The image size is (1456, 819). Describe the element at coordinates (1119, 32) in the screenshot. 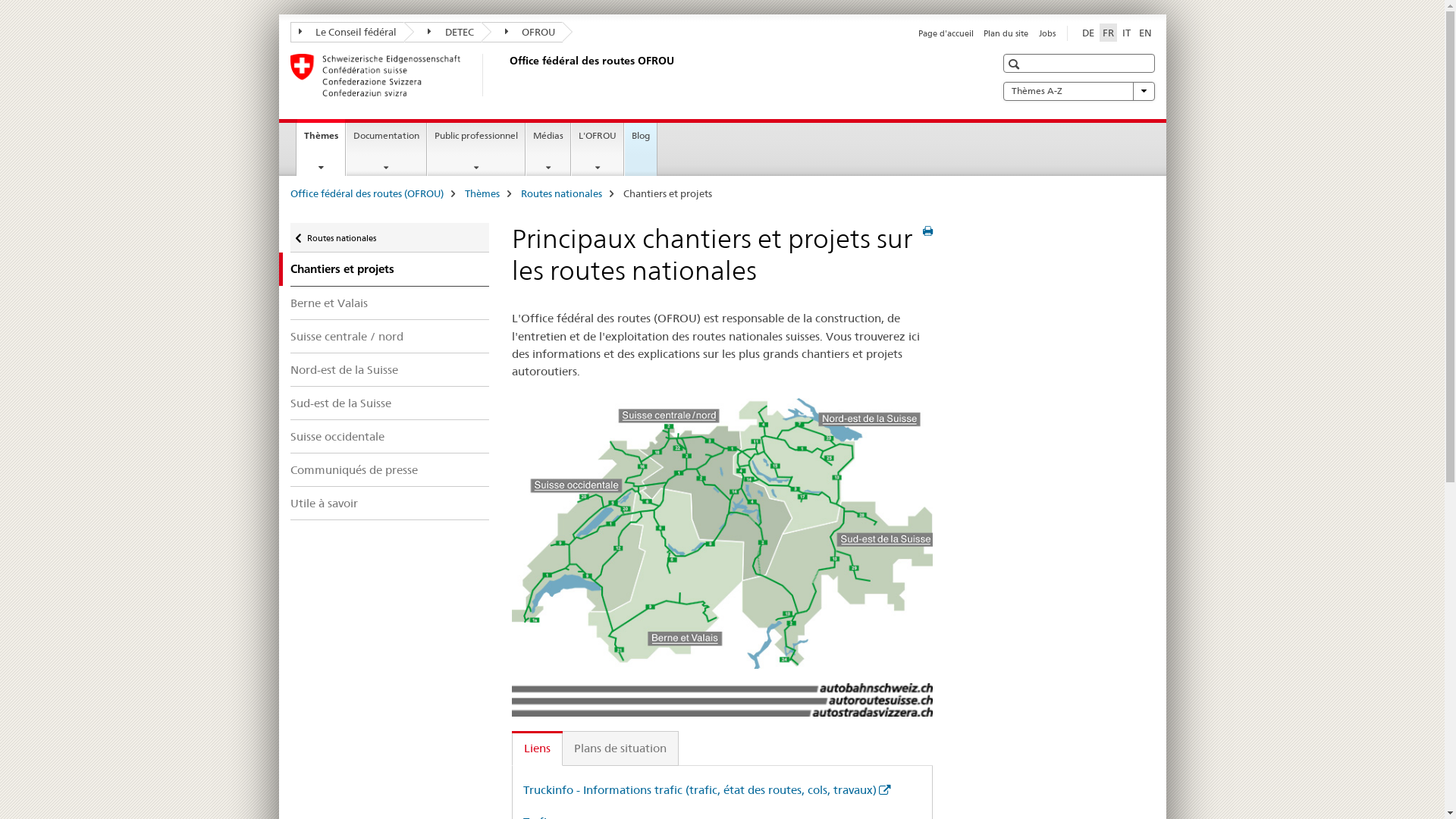

I see `'IT'` at that location.